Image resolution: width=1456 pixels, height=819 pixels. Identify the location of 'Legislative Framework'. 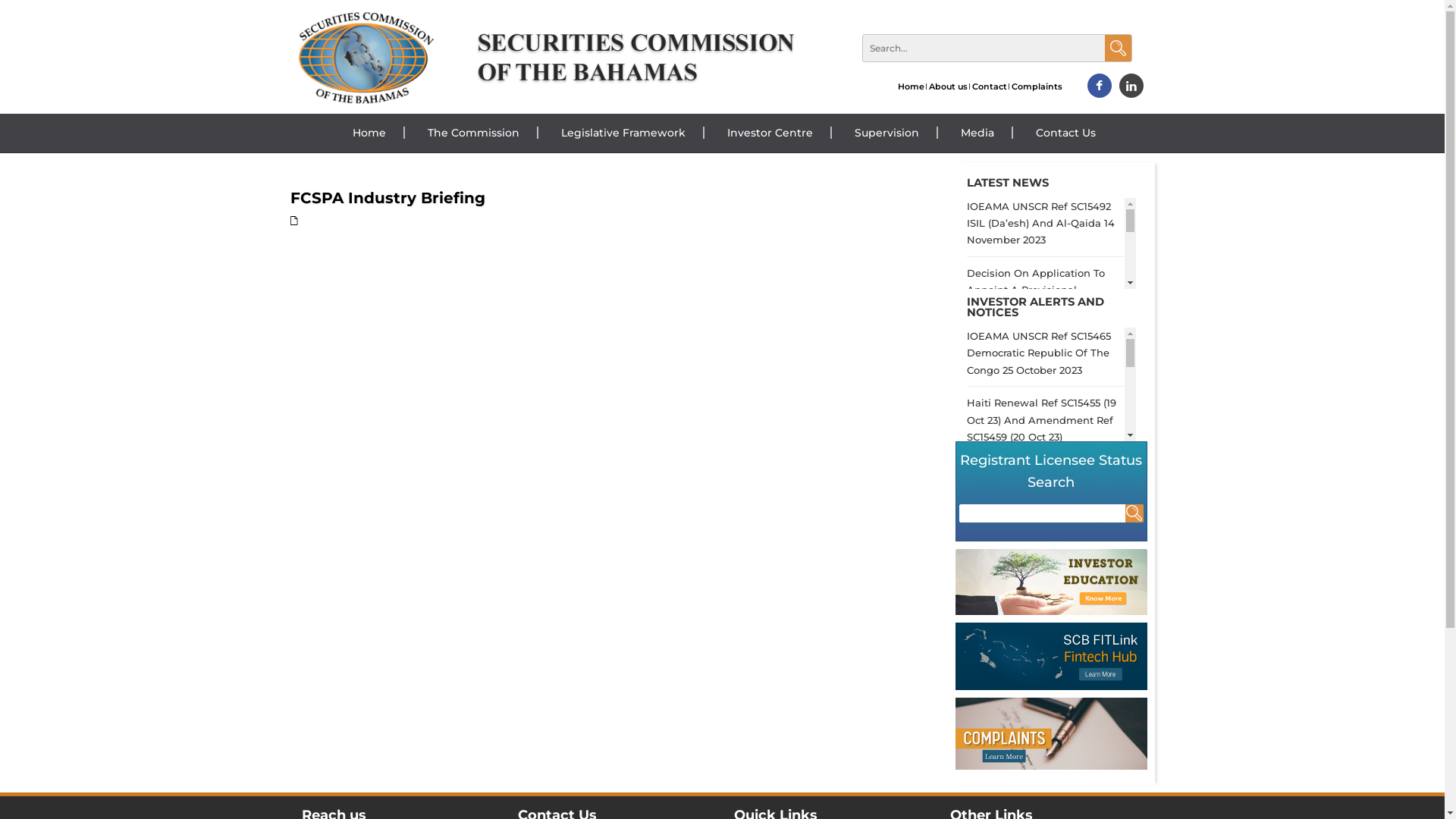
(622, 132).